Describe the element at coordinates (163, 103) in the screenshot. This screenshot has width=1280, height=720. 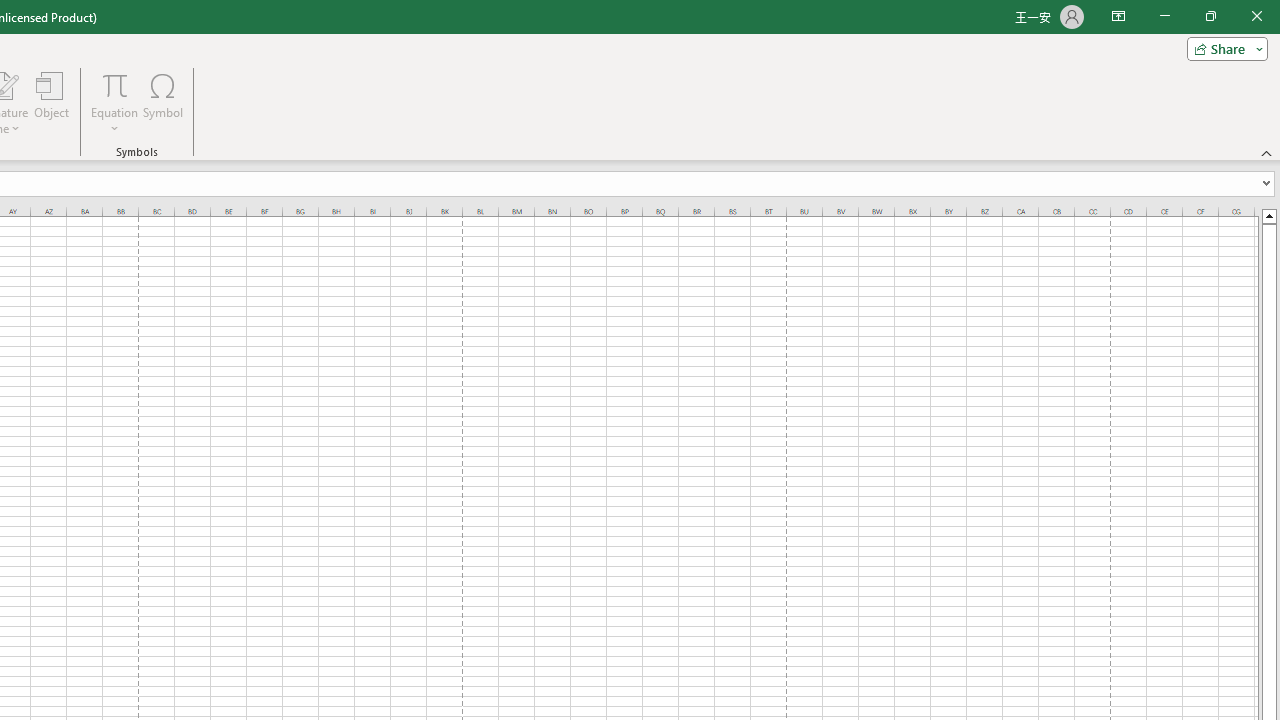
I see `'Symbol...'` at that location.